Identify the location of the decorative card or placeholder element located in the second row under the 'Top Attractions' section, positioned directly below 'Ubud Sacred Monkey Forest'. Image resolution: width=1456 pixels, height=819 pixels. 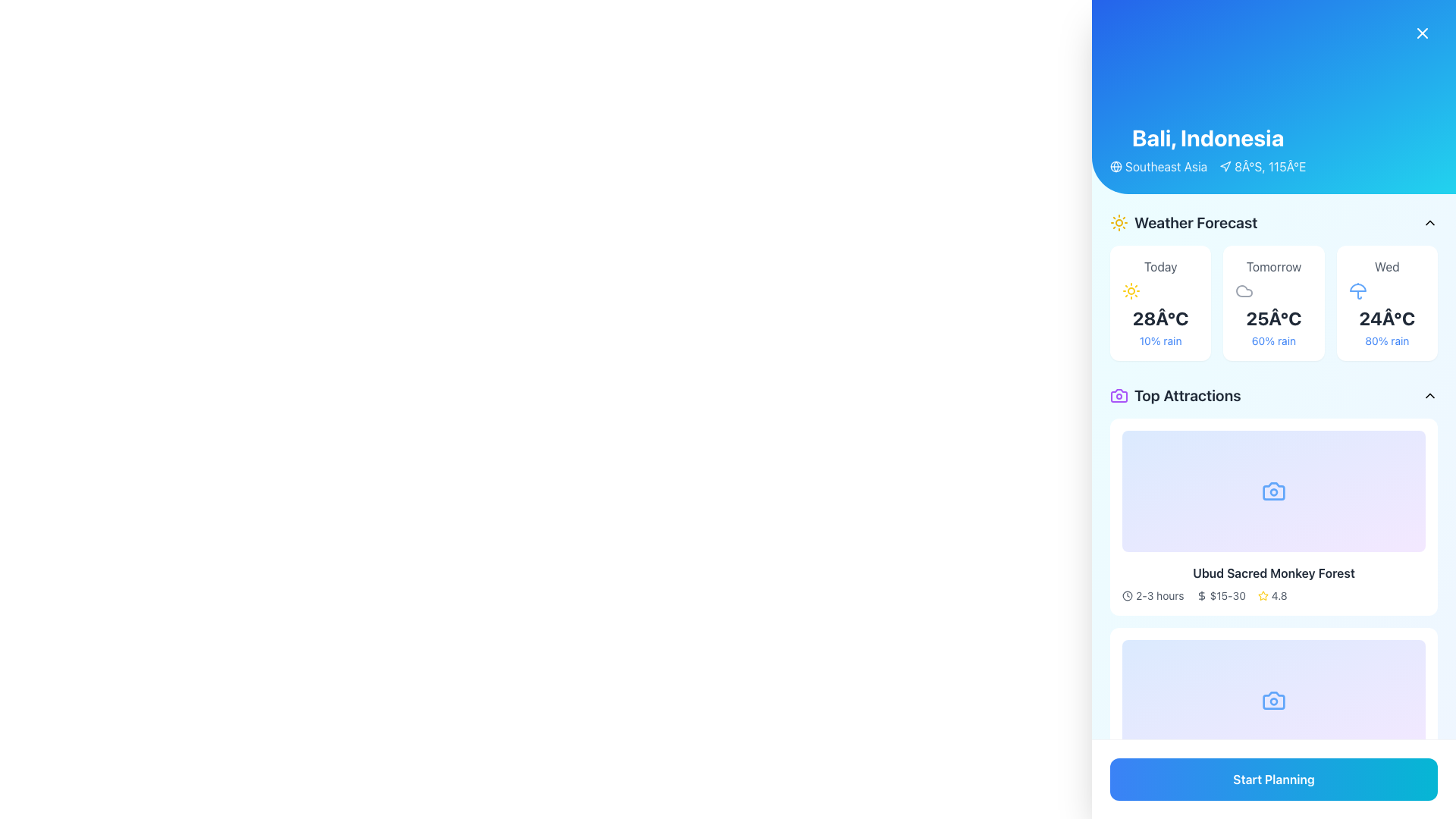
(1274, 701).